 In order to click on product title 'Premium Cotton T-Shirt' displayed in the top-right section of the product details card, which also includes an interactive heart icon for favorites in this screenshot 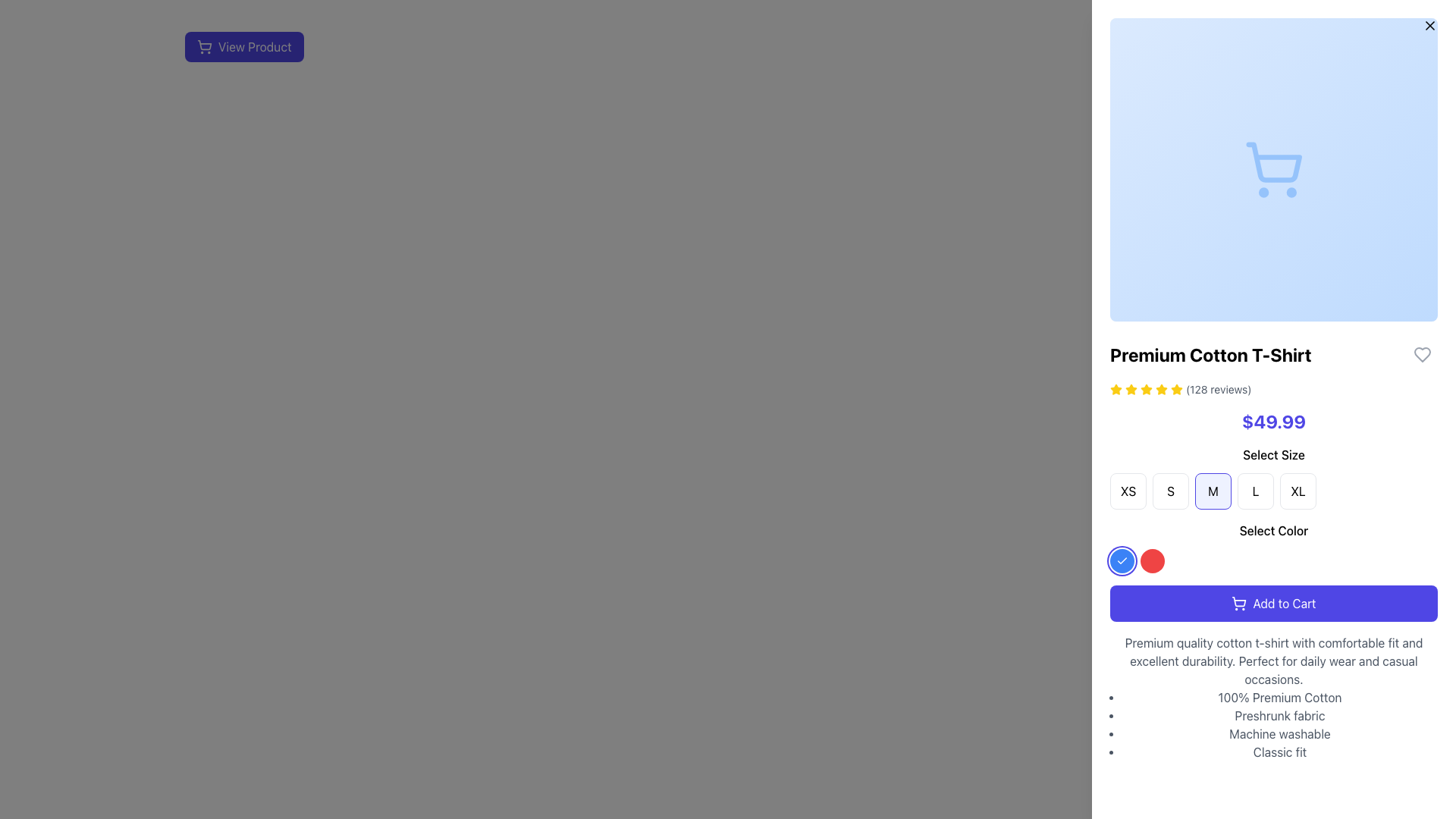, I will do `click(1274, 354)`.